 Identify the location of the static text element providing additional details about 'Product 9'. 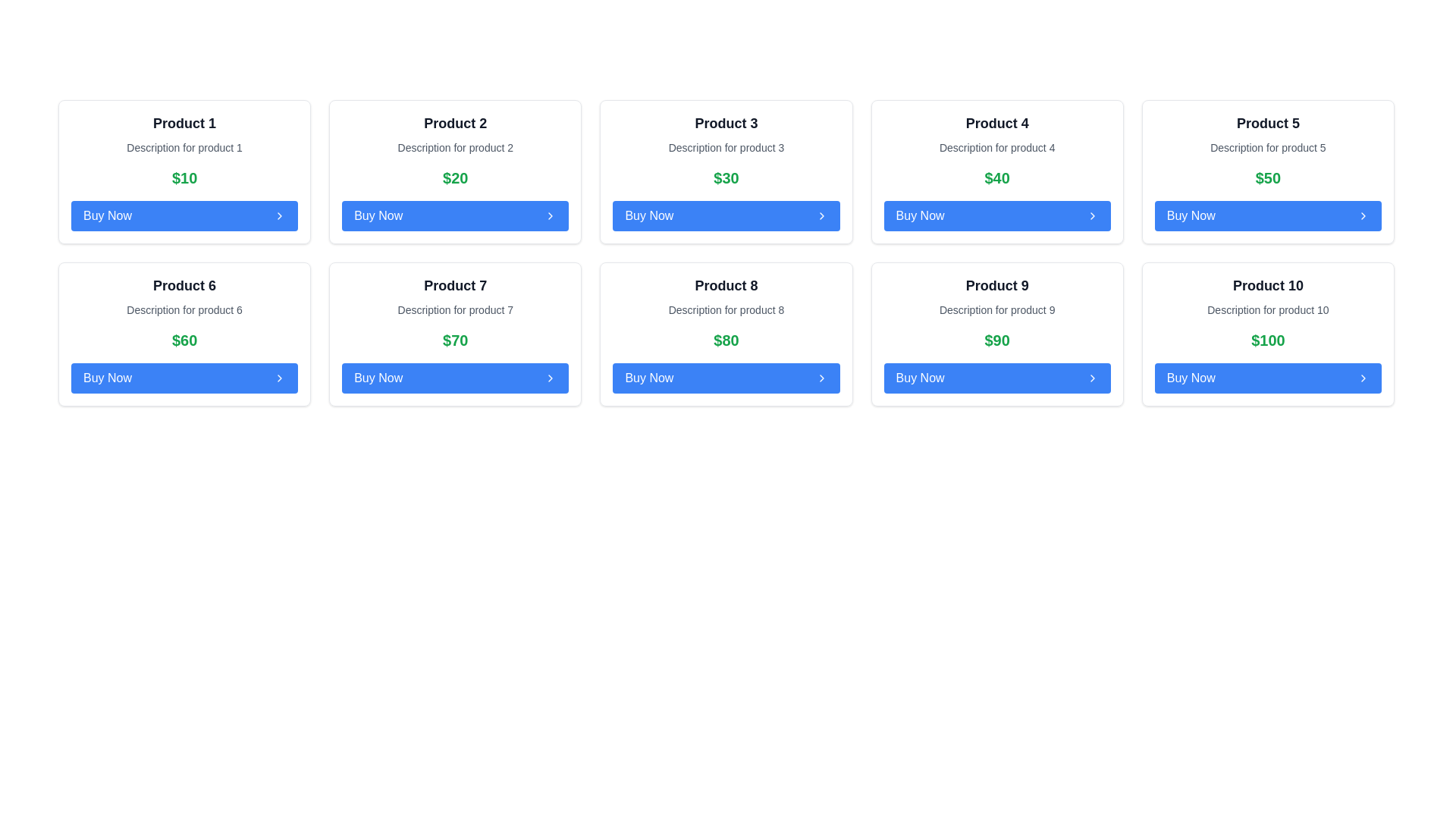
(997, 309).